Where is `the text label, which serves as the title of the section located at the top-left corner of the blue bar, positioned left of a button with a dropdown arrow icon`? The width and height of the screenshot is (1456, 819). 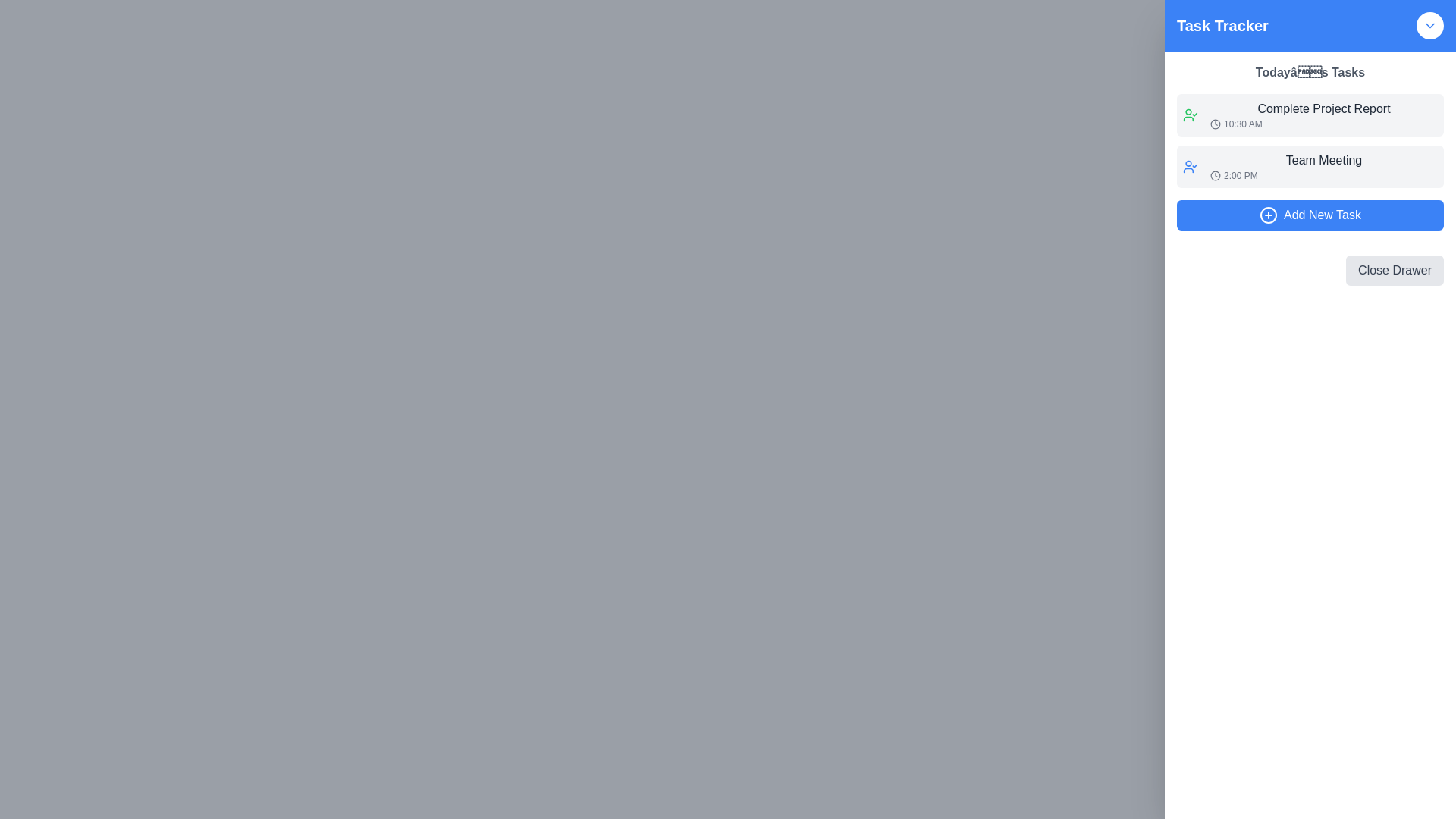 the text label, which serves as the title of the section located at the top-left corner of the blue bar, positioned left of a button with a dropdown arrow icon is located at coordinates (1222, 26).